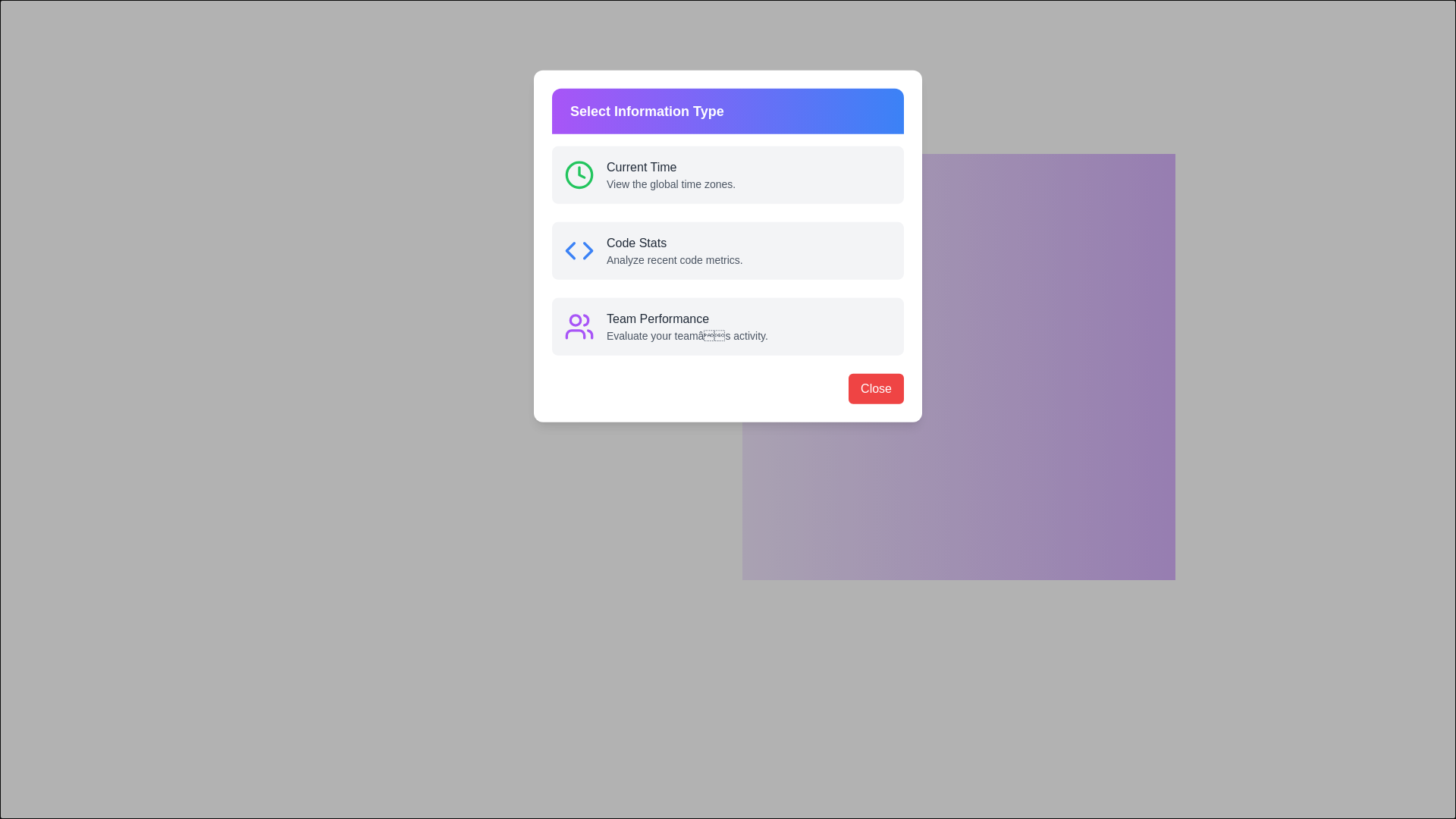  What do you see at coordinates (758, 152) in the screenshot?
I see `the information section labeled 'Current Time' to explore its details` at bounding box center [758, 152].